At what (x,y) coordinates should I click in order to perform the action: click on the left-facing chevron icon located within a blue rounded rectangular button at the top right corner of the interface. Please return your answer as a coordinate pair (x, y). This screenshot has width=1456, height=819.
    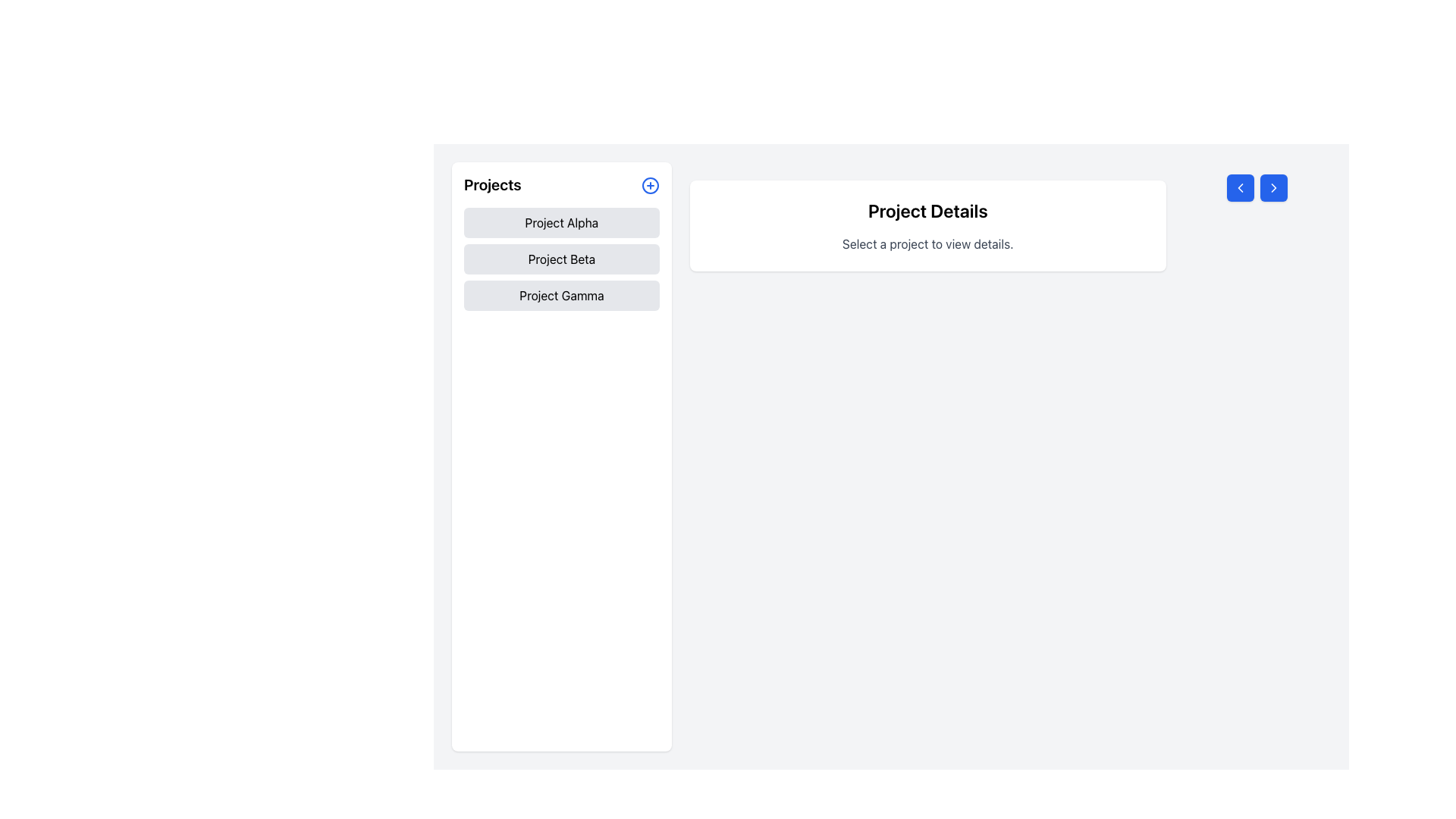
    Looking at the image, I should click on (1241, 187).